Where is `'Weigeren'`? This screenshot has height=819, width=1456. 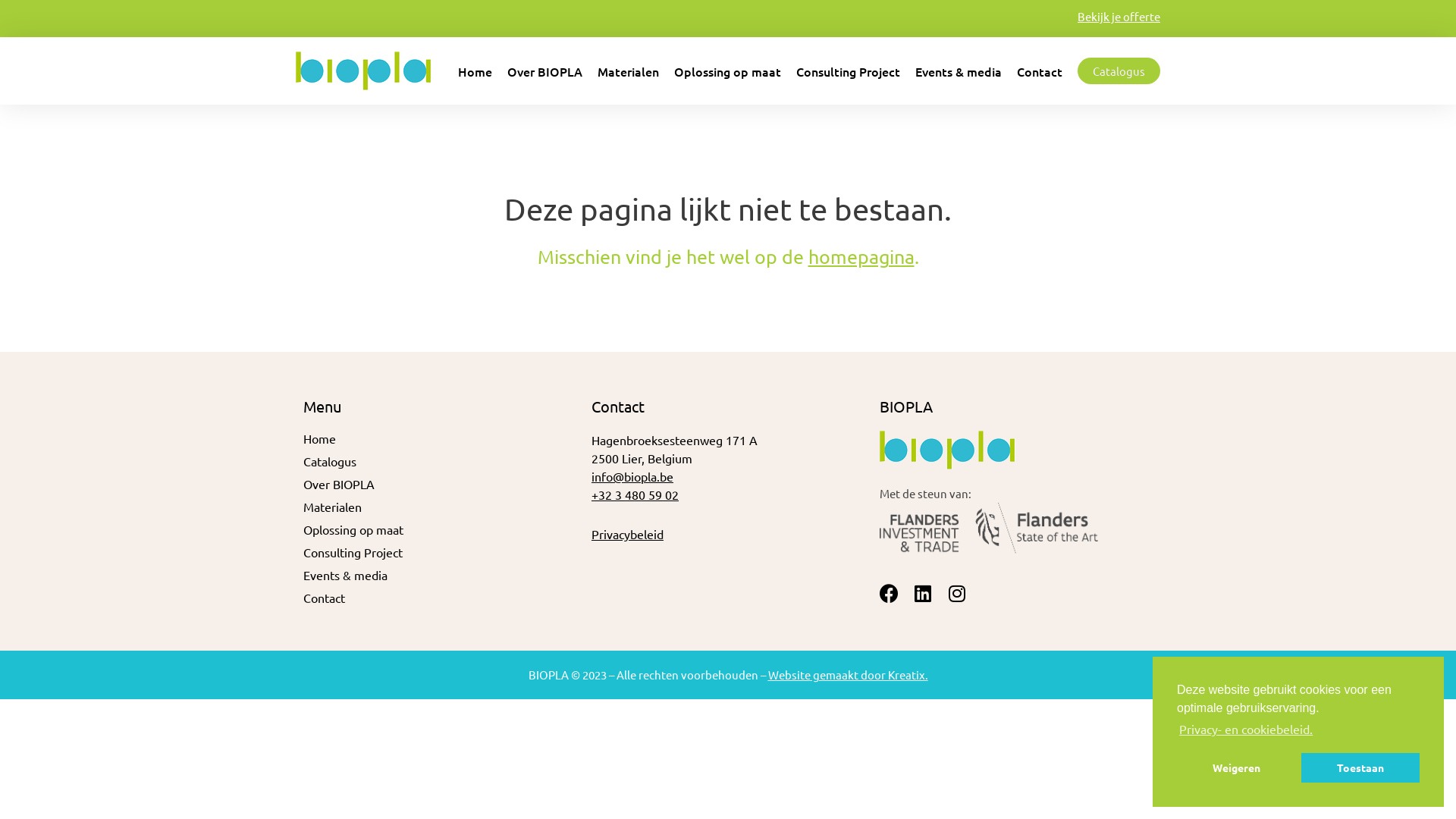 'Weigeren' is located at coordinates (1236, 767).